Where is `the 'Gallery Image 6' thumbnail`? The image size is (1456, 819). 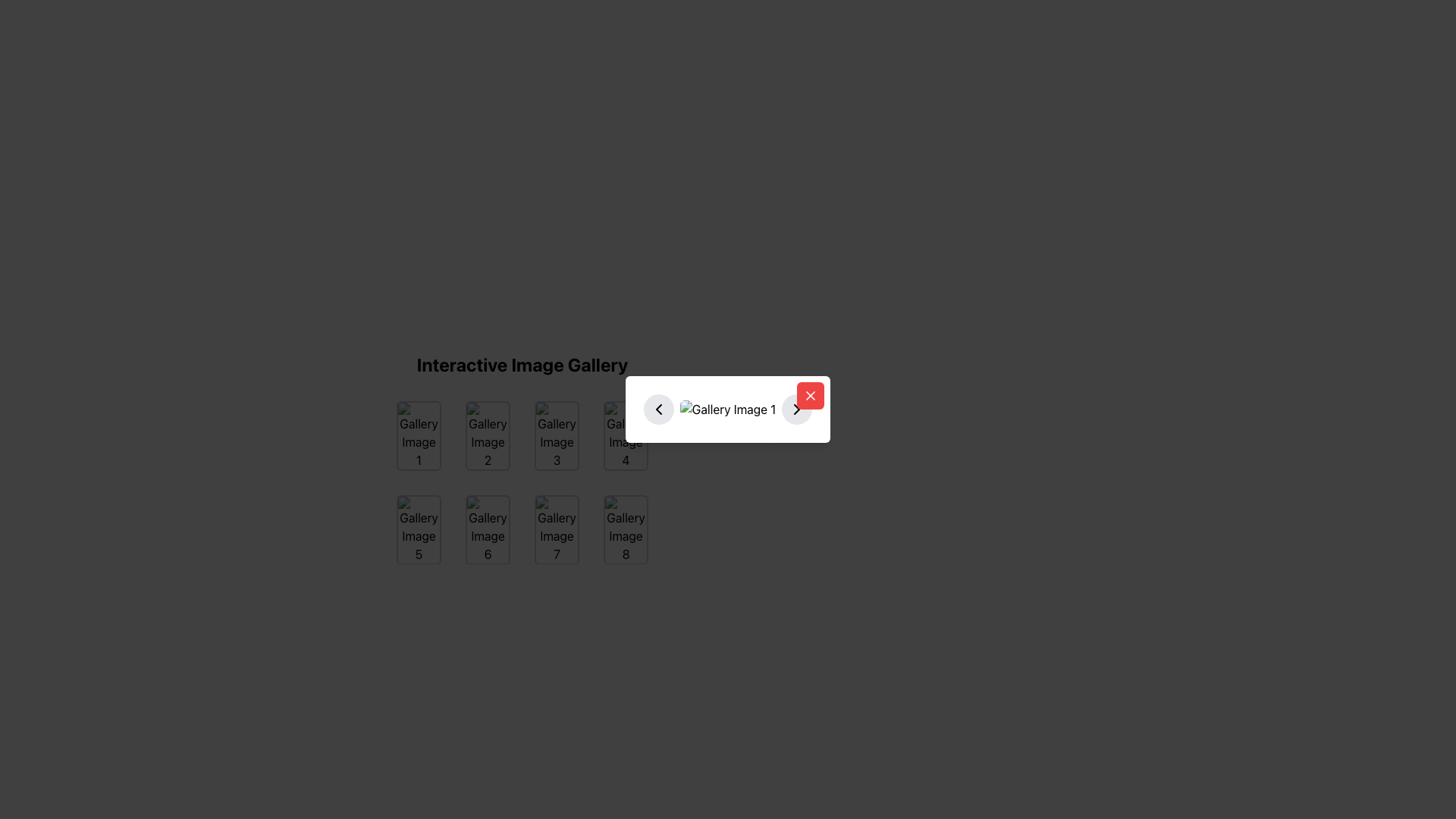 the 'Gallery Image 6' thumbnail is located at coordinates (488, 529).